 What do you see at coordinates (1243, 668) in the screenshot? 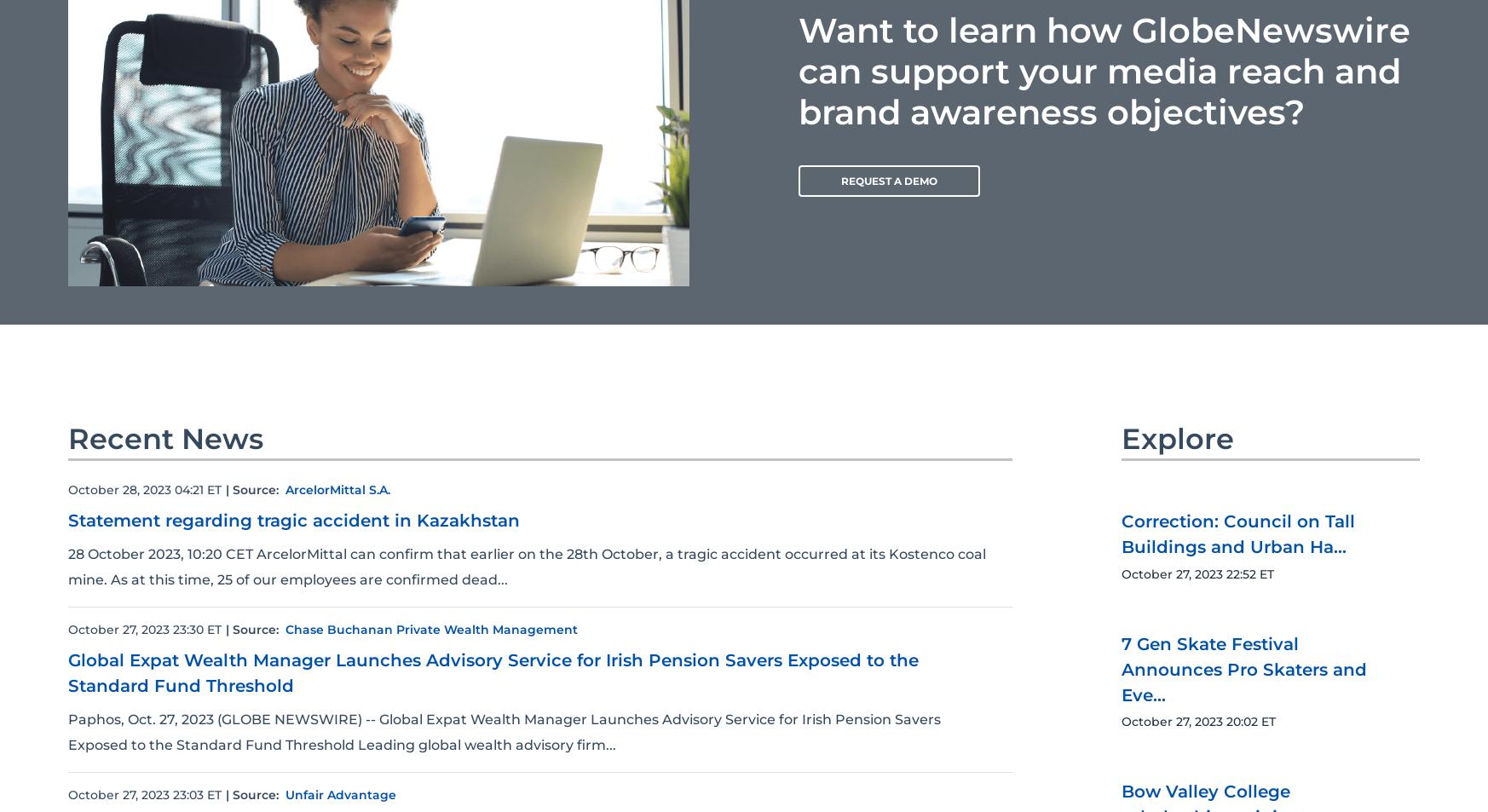
I see `'7 Gen Skate Festival Announces Pro Skaters and Eve...'` at bounding box center [1243, 668].